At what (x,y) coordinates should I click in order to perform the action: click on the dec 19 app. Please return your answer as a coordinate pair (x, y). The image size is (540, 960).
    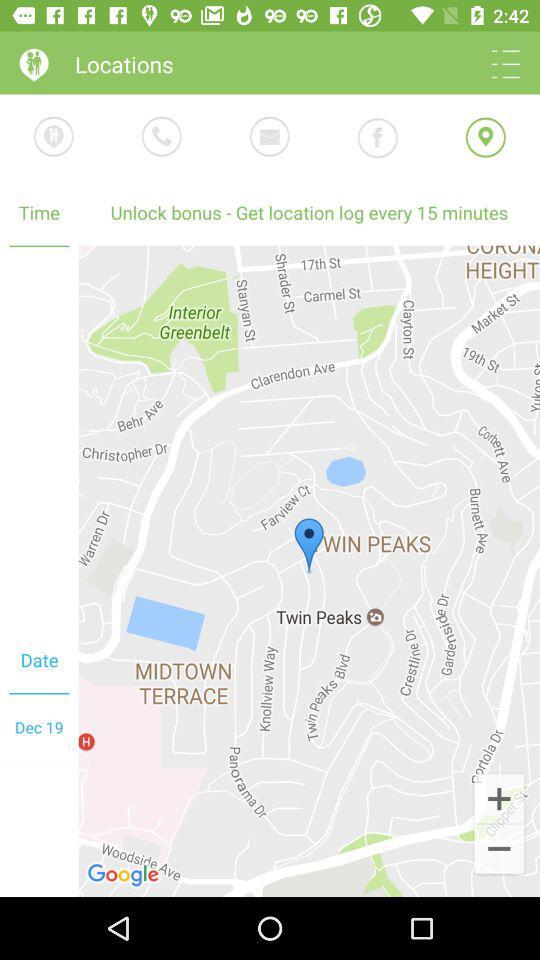
    Looking at the image, I should click on (39, 726).